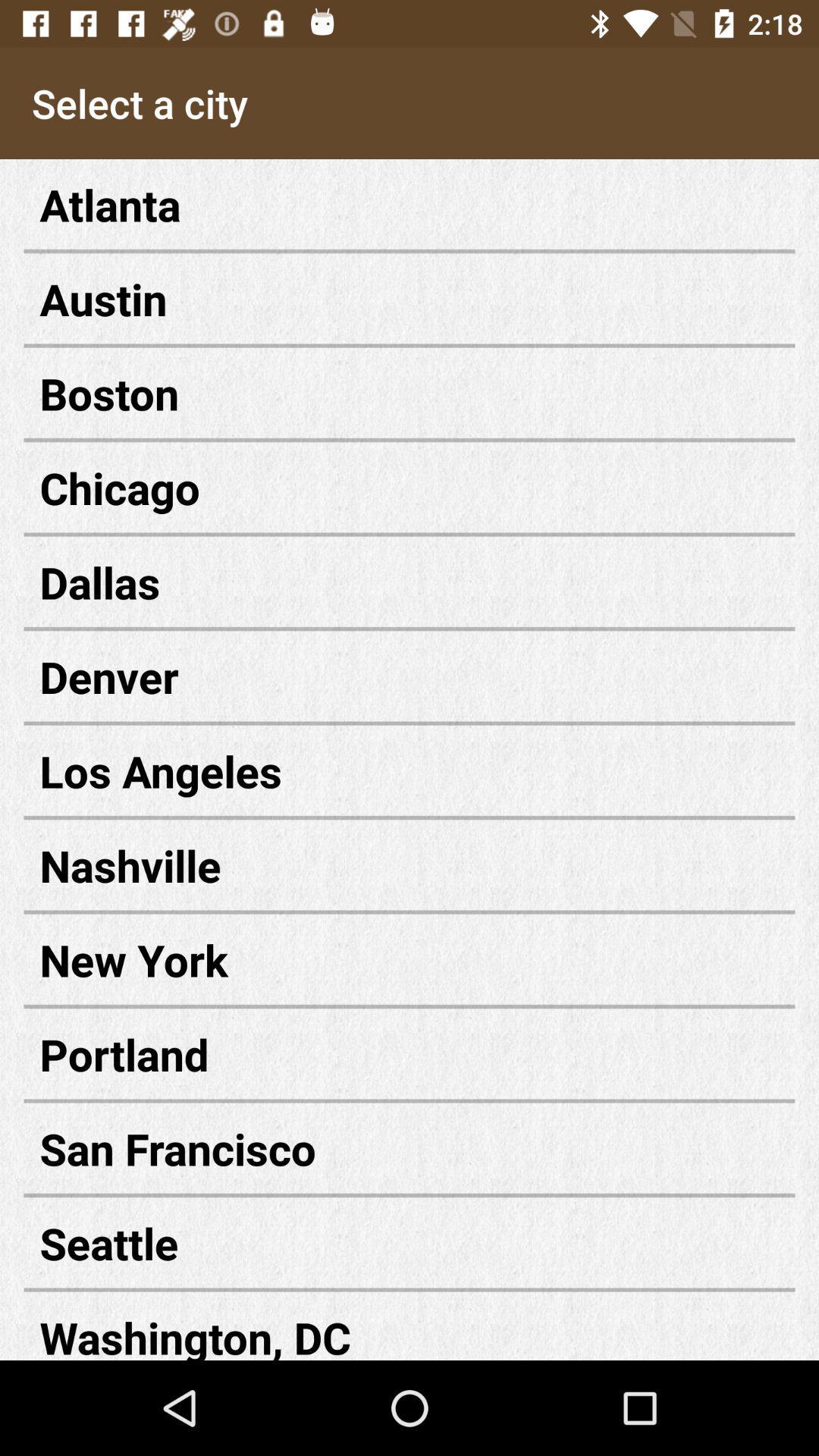 This screenshot has height=1456, width=819. Describe the element at coordinates (409, 488) in the screenshot. I see `chicago icon` at that location.